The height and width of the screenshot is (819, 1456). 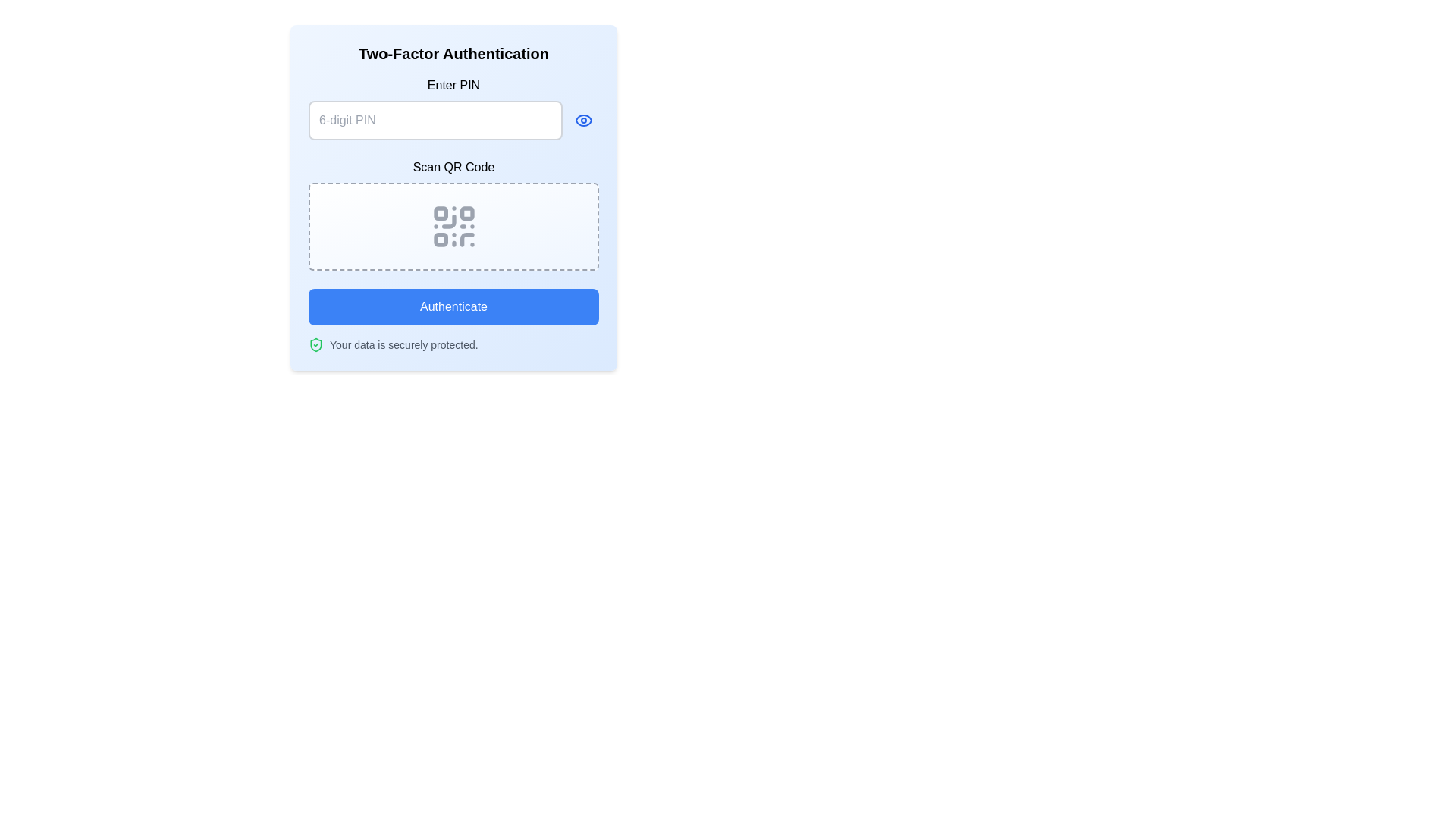 I want to click on the authentication button located at the bottom of the 'Two-Factor Authentication' form to enable keyboard interactions, so click(x=453, y=307).